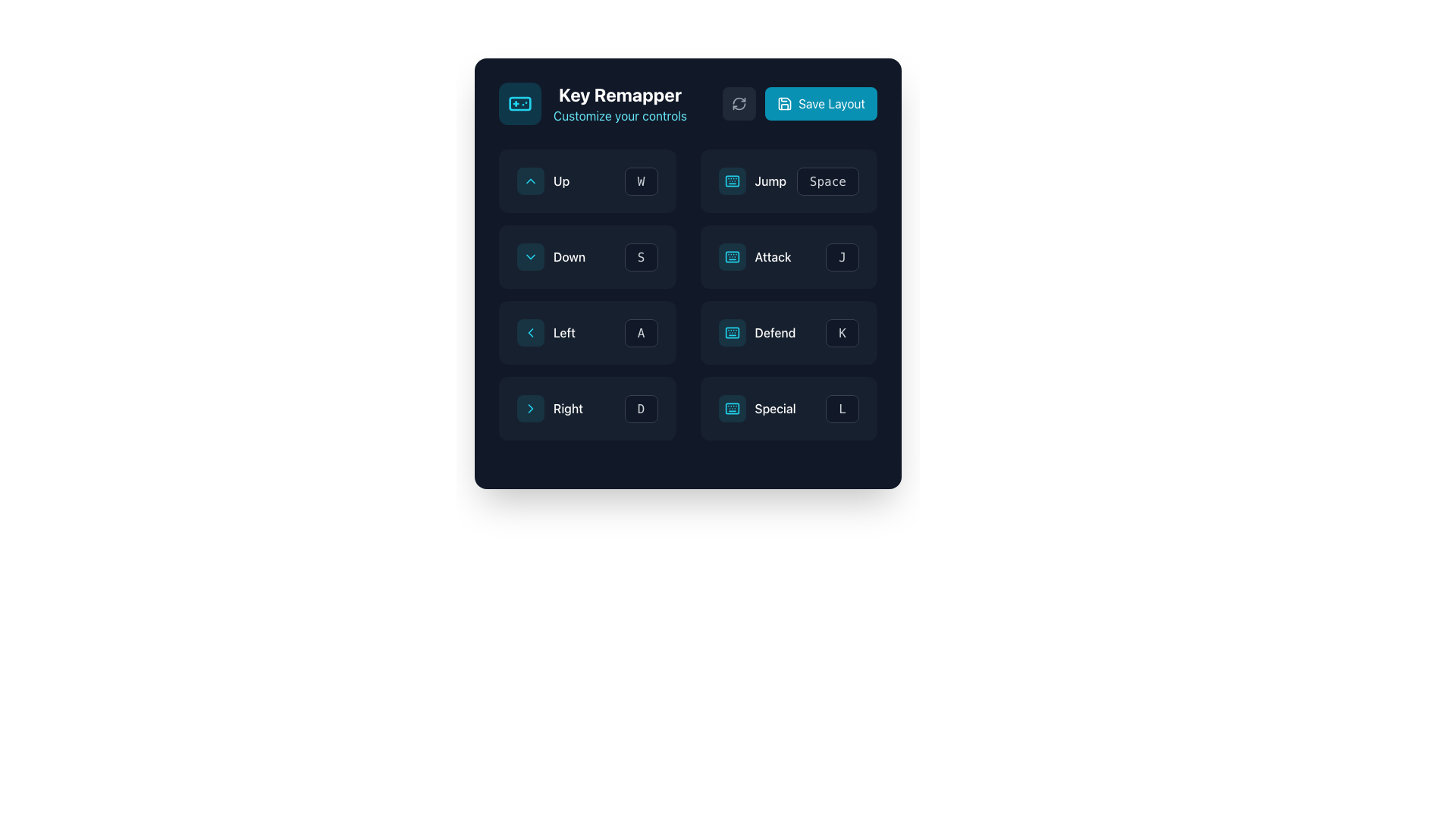  What do you see at coordinates (531, 180) in the screenshot?
I see `the displayed information by interacting with the upward pointing arrow icon button, which is a small rounded rectangular element with a cyan border and background, located to the left of the 'Up' text` at bounding box center [531, 180].